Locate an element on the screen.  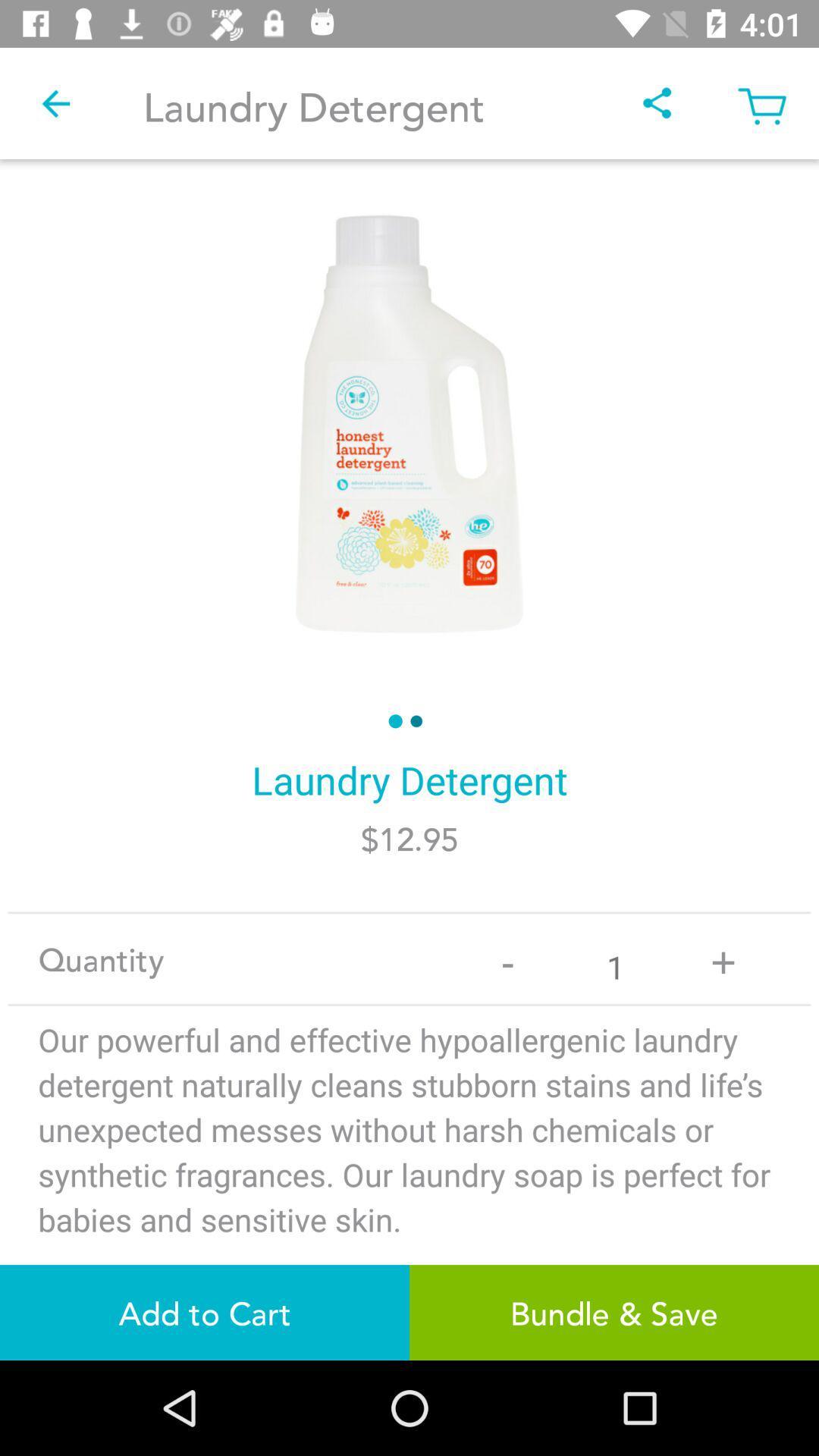
add to cart item is located at coordinates (205, 1312).